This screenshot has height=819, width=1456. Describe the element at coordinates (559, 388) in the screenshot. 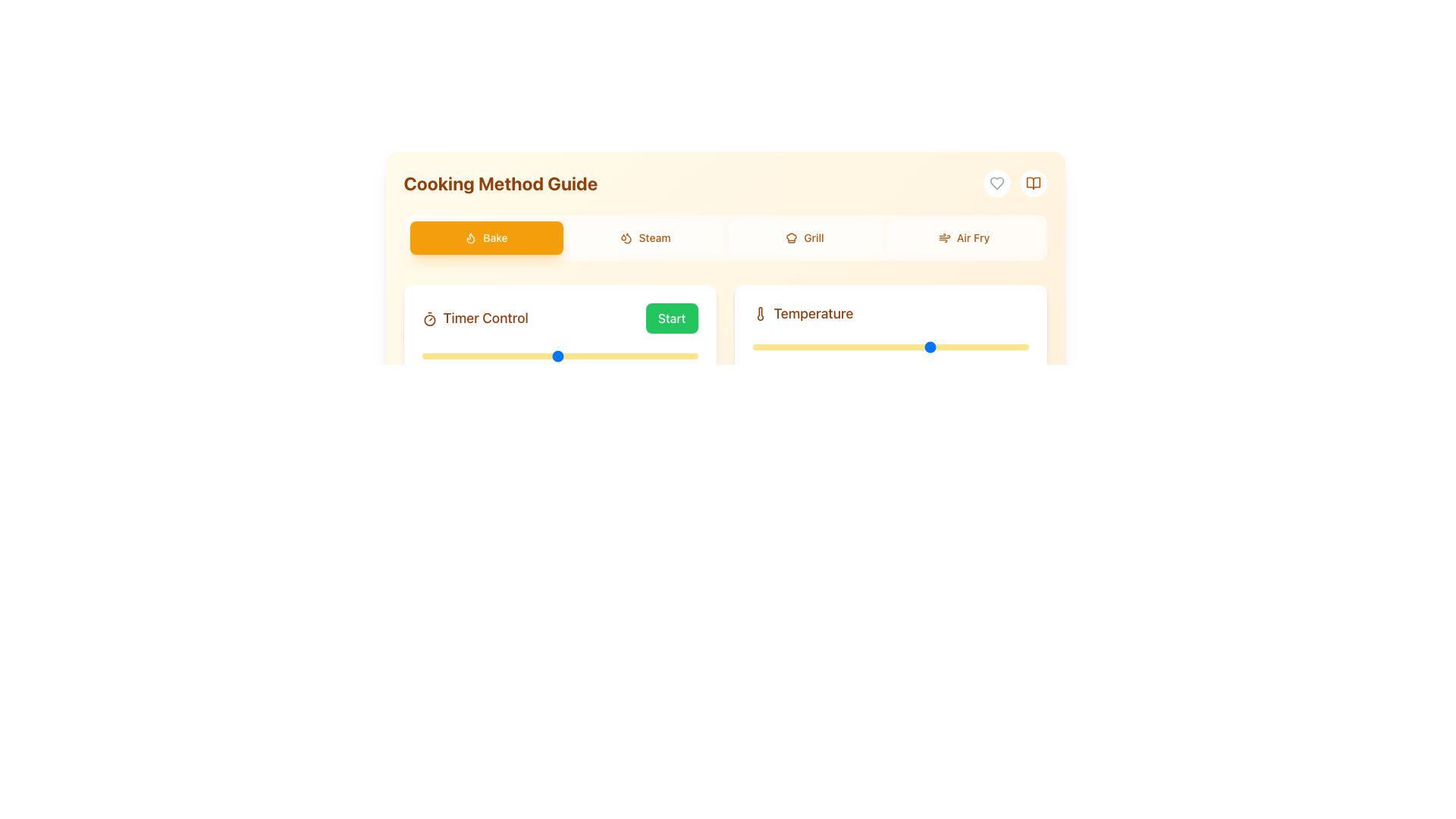

I see `the bold, amber-colored text label reading '30 minutes', which is centrally aligned beneath the horizontal range slider in the 'Timer Control' section` at that location.